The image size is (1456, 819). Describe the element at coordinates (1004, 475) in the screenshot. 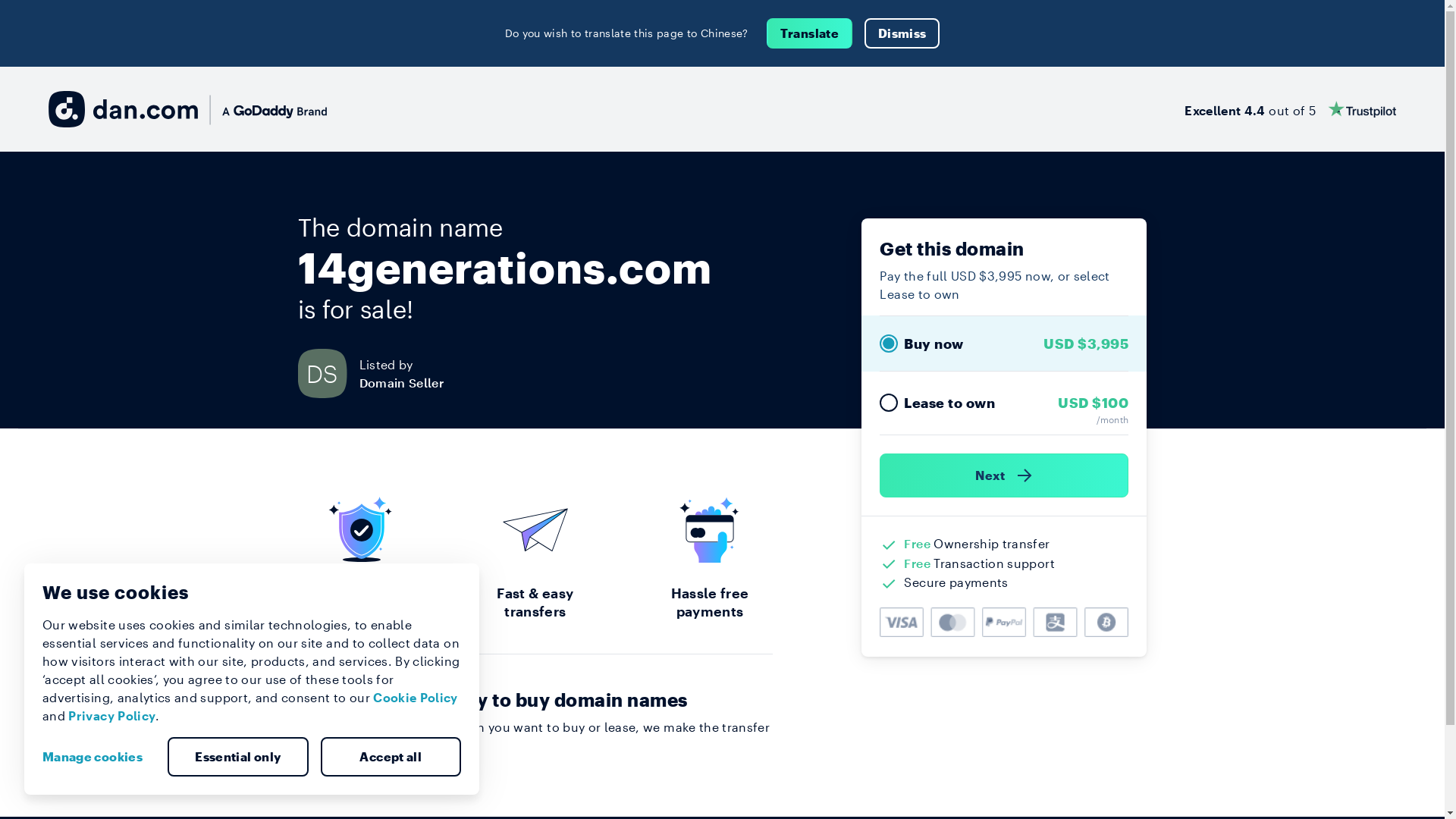

I see `'Next` at that location.